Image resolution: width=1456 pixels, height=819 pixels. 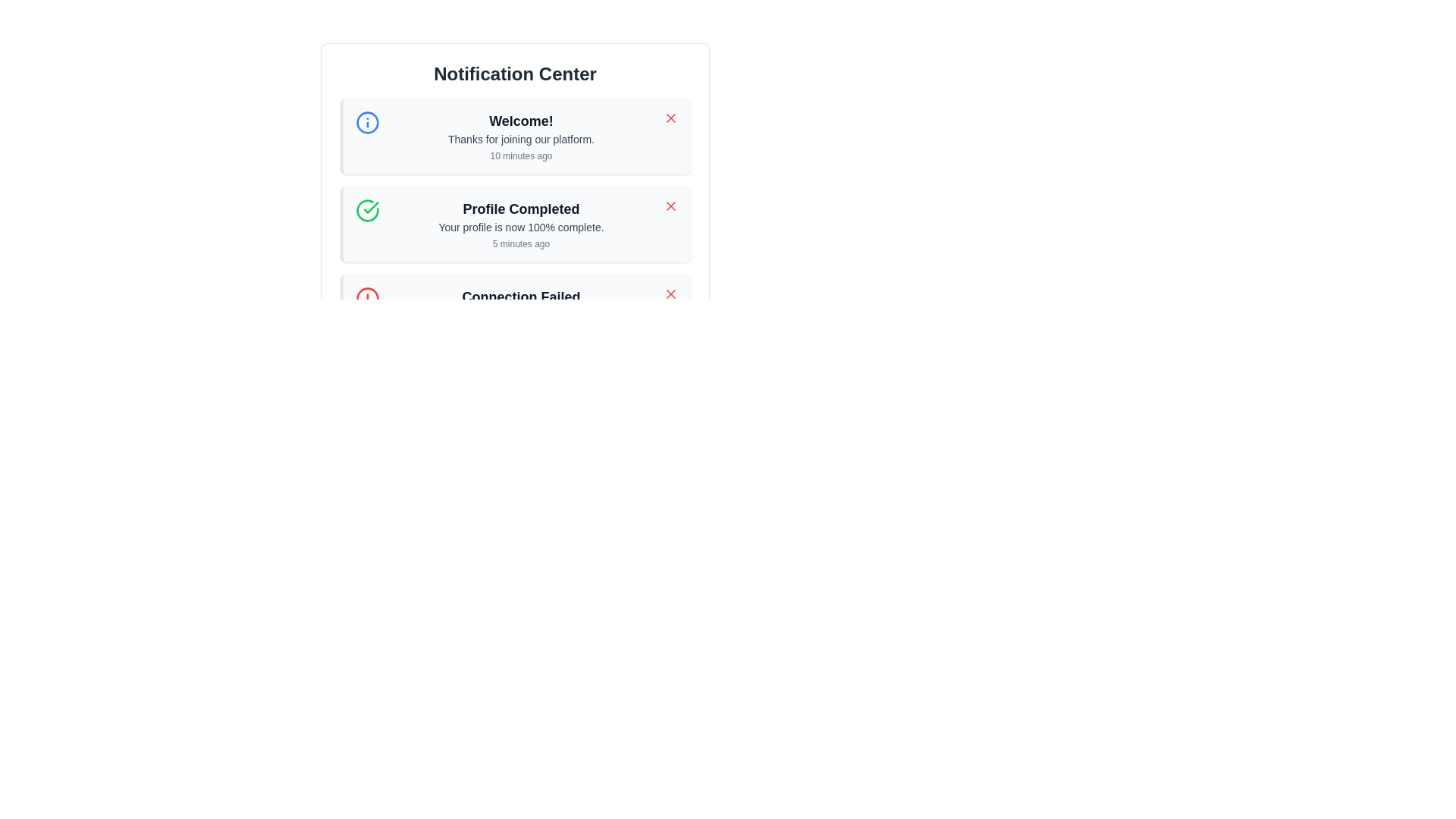 I want to click on static text display indicating the time elapsed since the notification was generated, located at the bottom of the 'Profile Completed' notification interface, so click(x=521, y=243).